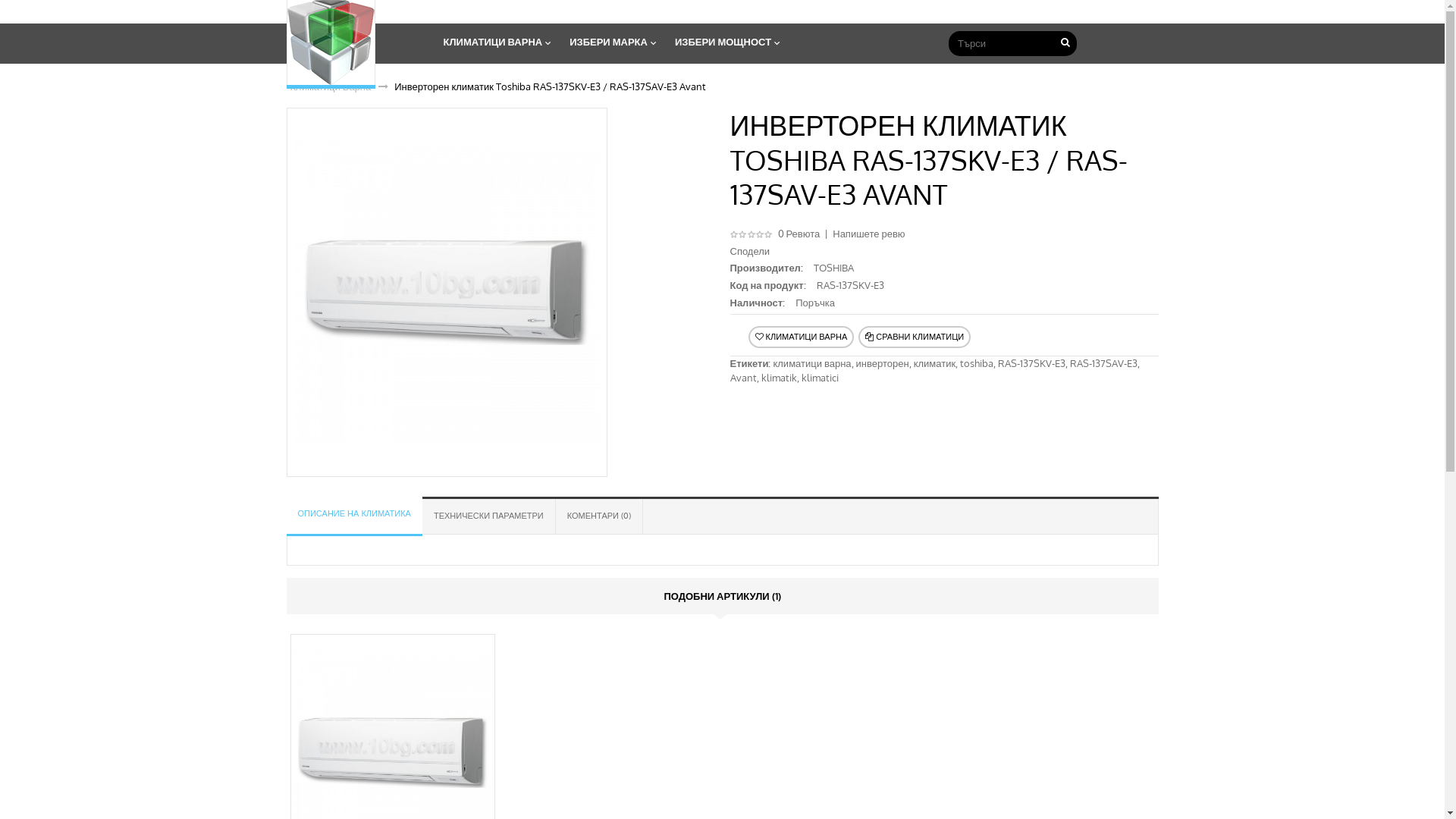 The width and height of the screenshot is (1456, 819). What do you see at coordinates (976, 362) in the screenshot?
I see `'toshiba'` at bounding box center [976, 362].